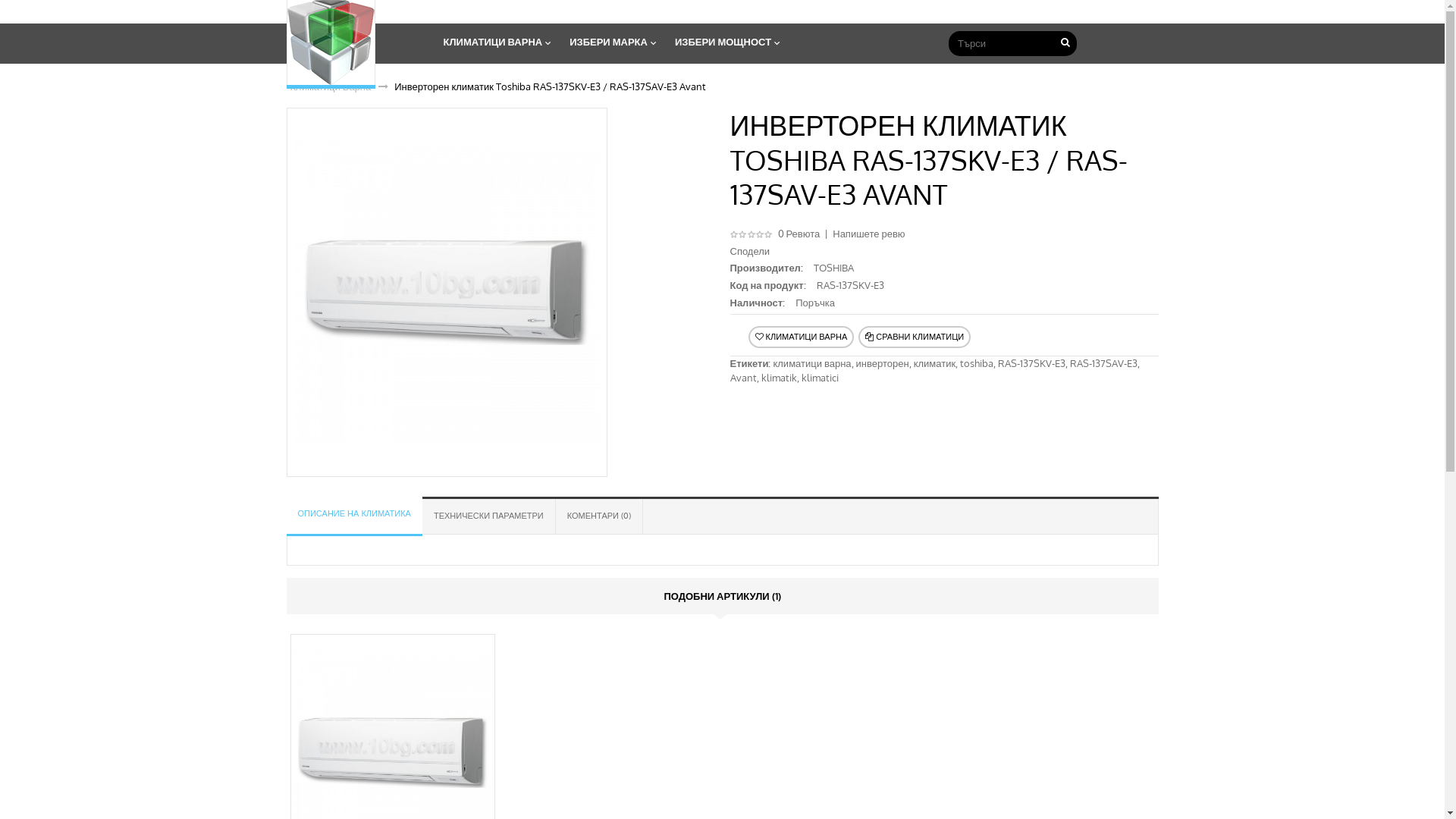 The width and height of the screenshot is (1456, 819). What do you see at coordinates (976, 362) in the screenshot?
I see `'toshiba'` at bounding box center [976, 362].